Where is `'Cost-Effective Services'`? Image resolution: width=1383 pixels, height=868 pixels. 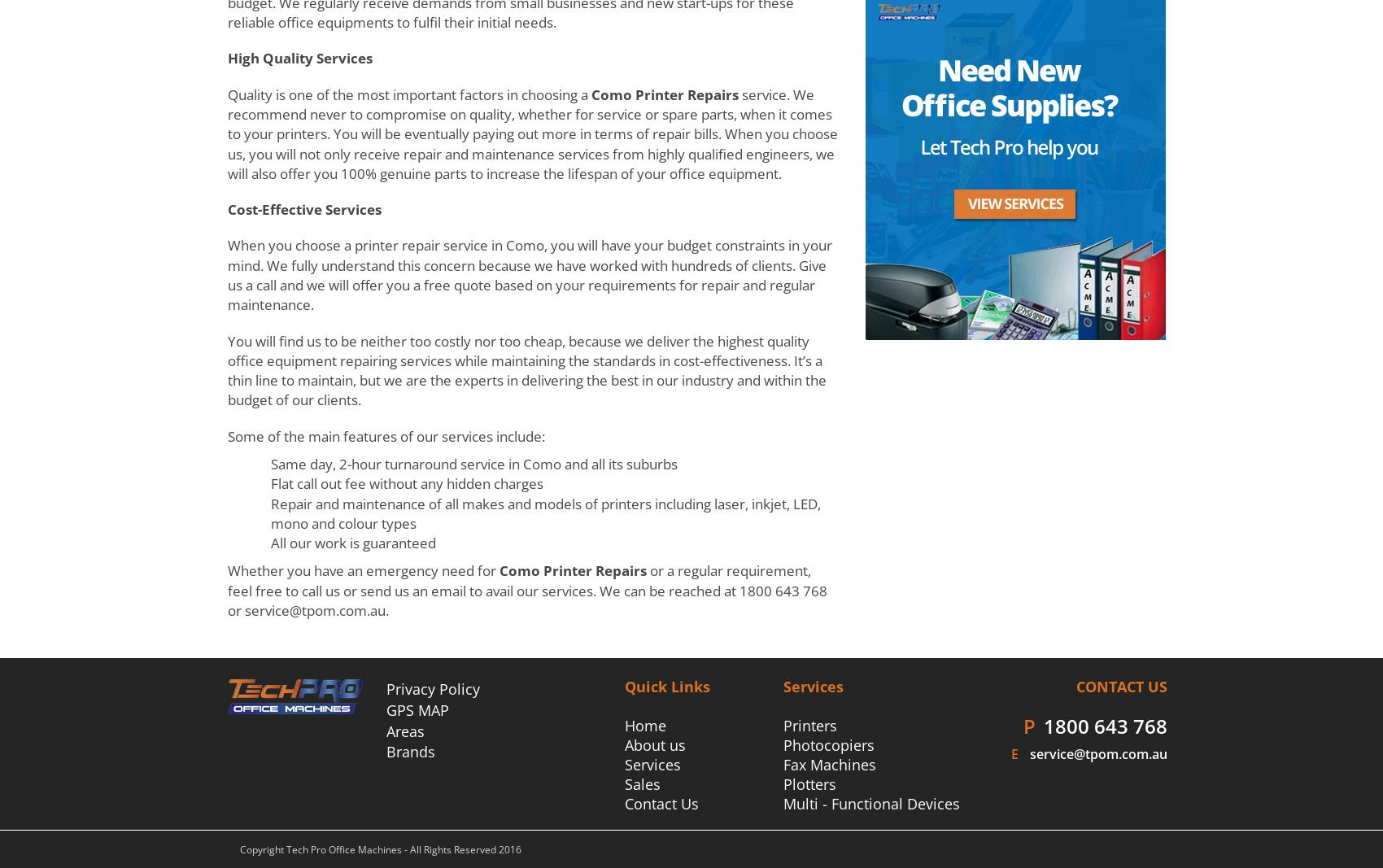
'Cost-Effective Services' is located at coordinates (227, 209).